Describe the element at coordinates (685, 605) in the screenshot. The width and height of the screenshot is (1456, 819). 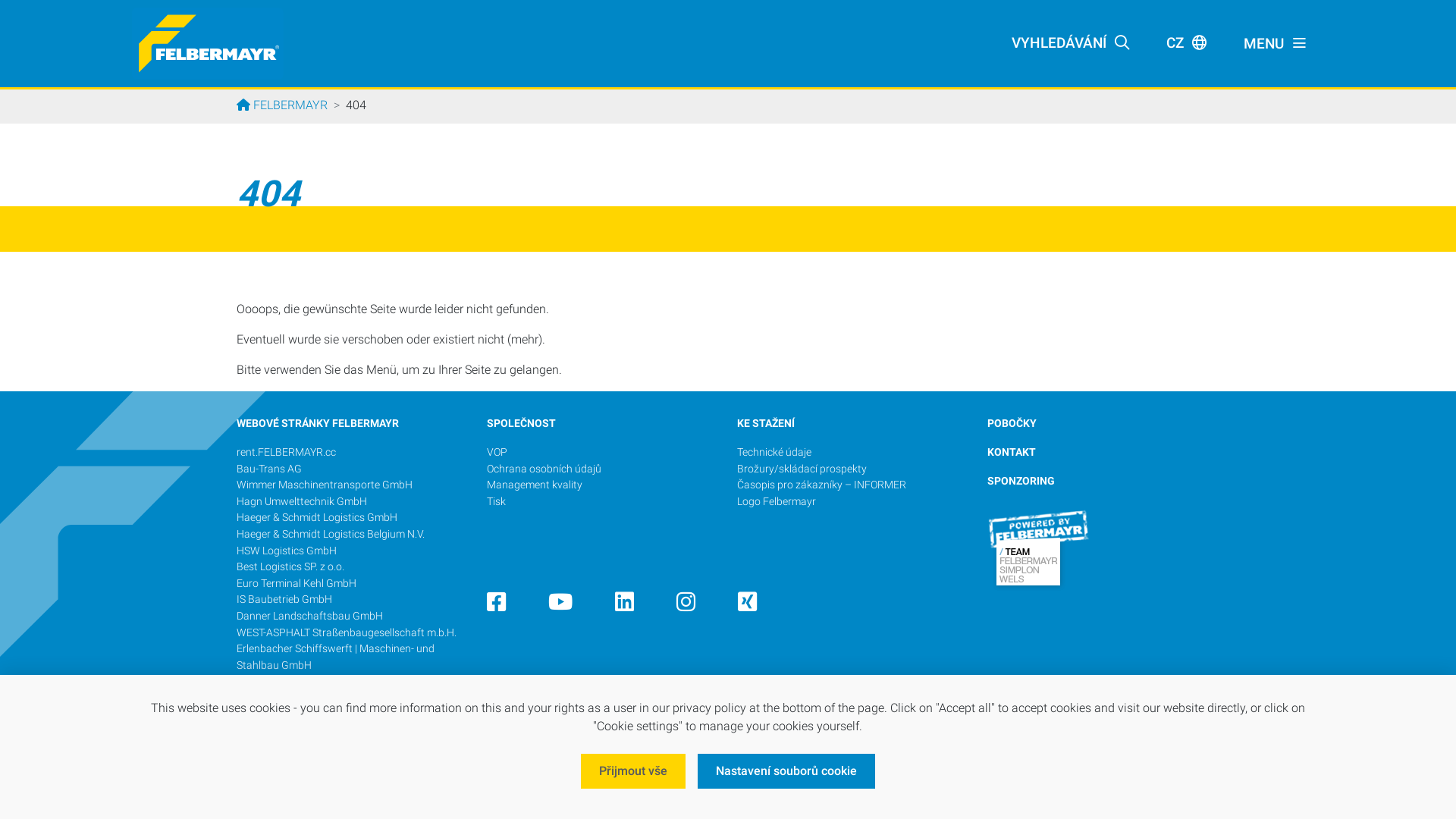
I see `'Instagram'` at that location.